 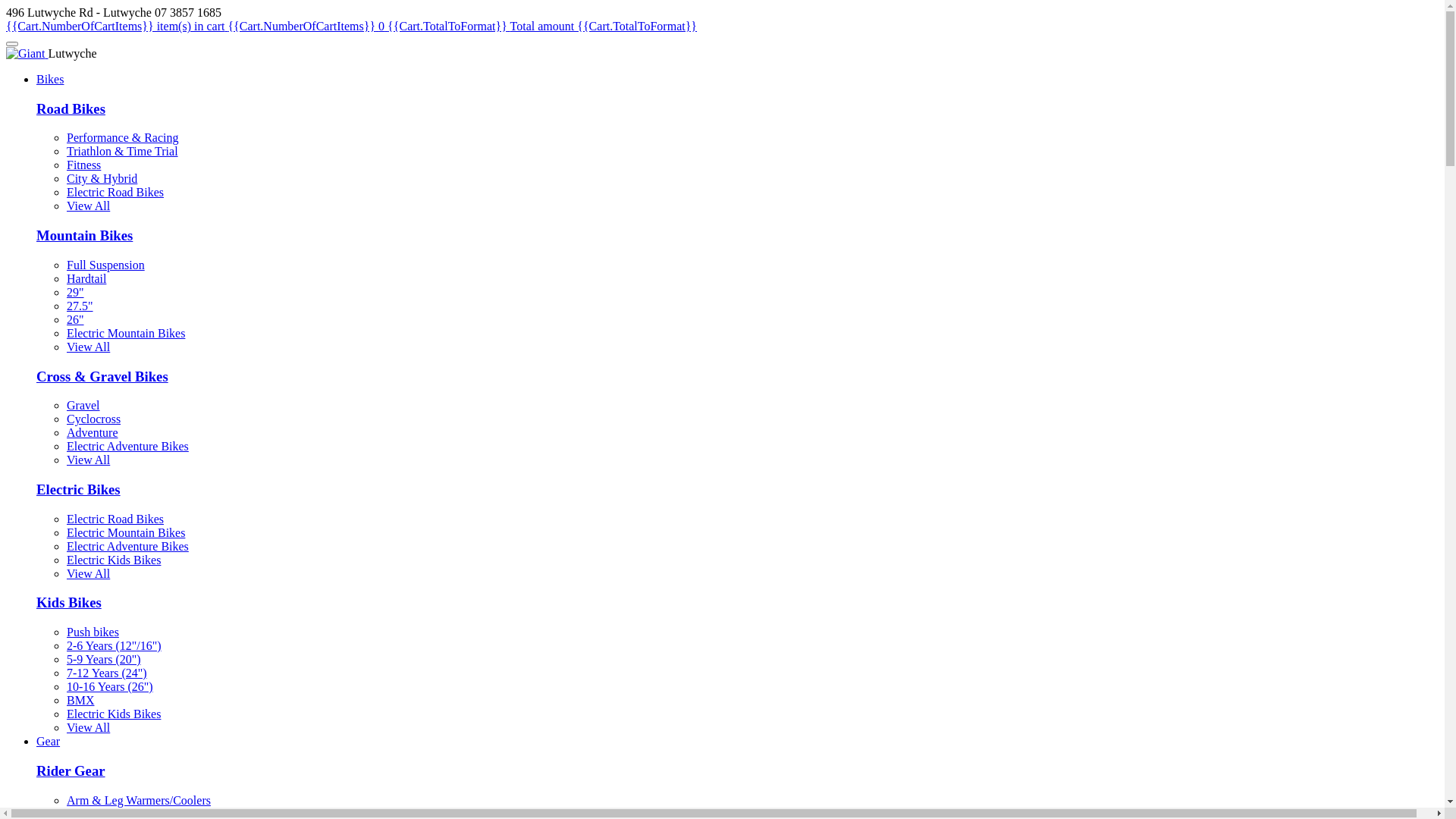 I want to click on 'Electric Kids Bikes', so click(x=65, y=560).